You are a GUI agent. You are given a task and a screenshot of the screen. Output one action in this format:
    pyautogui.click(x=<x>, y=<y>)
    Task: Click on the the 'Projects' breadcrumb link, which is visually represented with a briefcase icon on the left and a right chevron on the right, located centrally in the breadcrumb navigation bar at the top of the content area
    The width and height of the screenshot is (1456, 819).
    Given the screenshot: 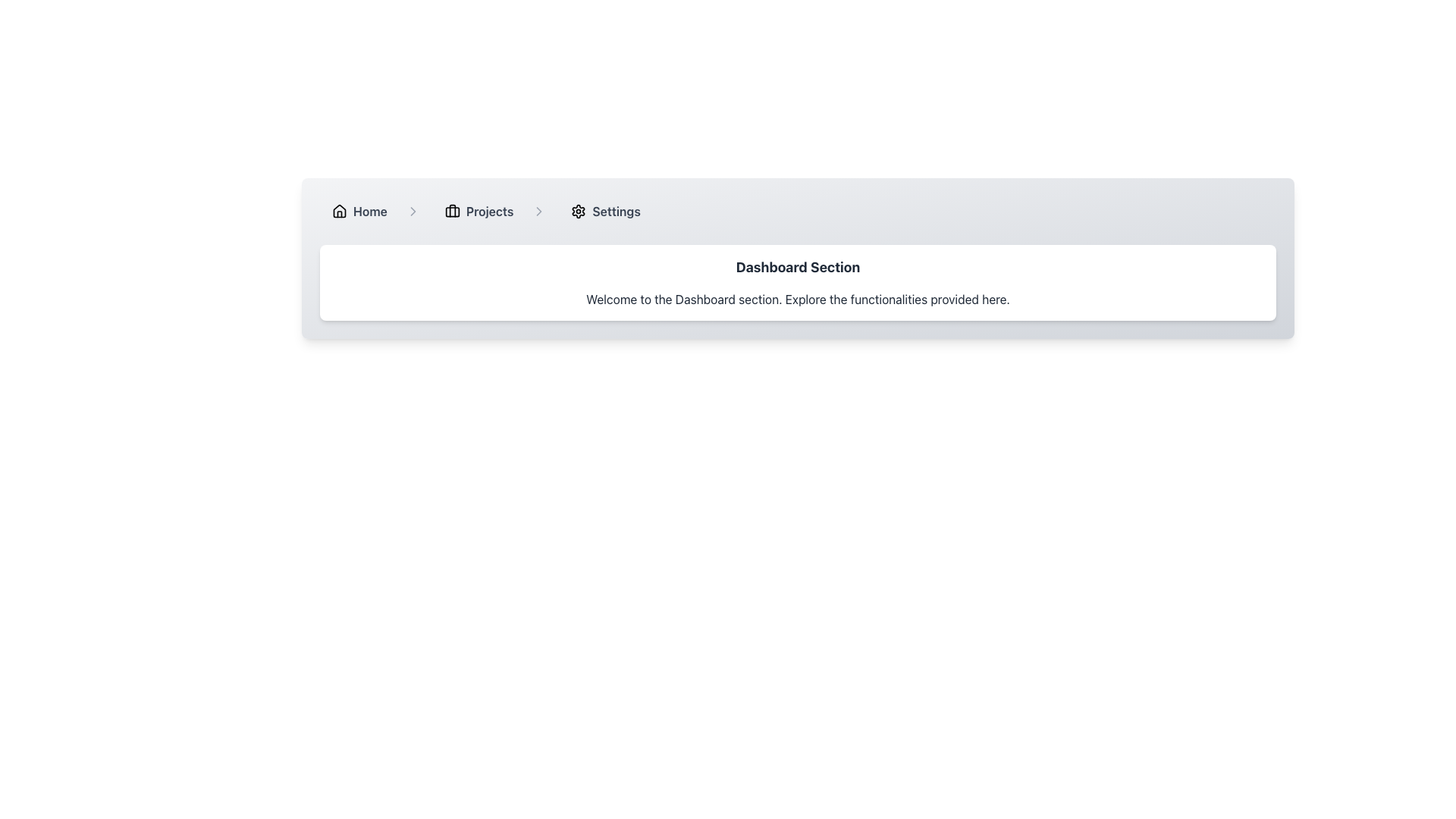 What is the action you would take?
    pyautogui.click(x=490, y=211)
    